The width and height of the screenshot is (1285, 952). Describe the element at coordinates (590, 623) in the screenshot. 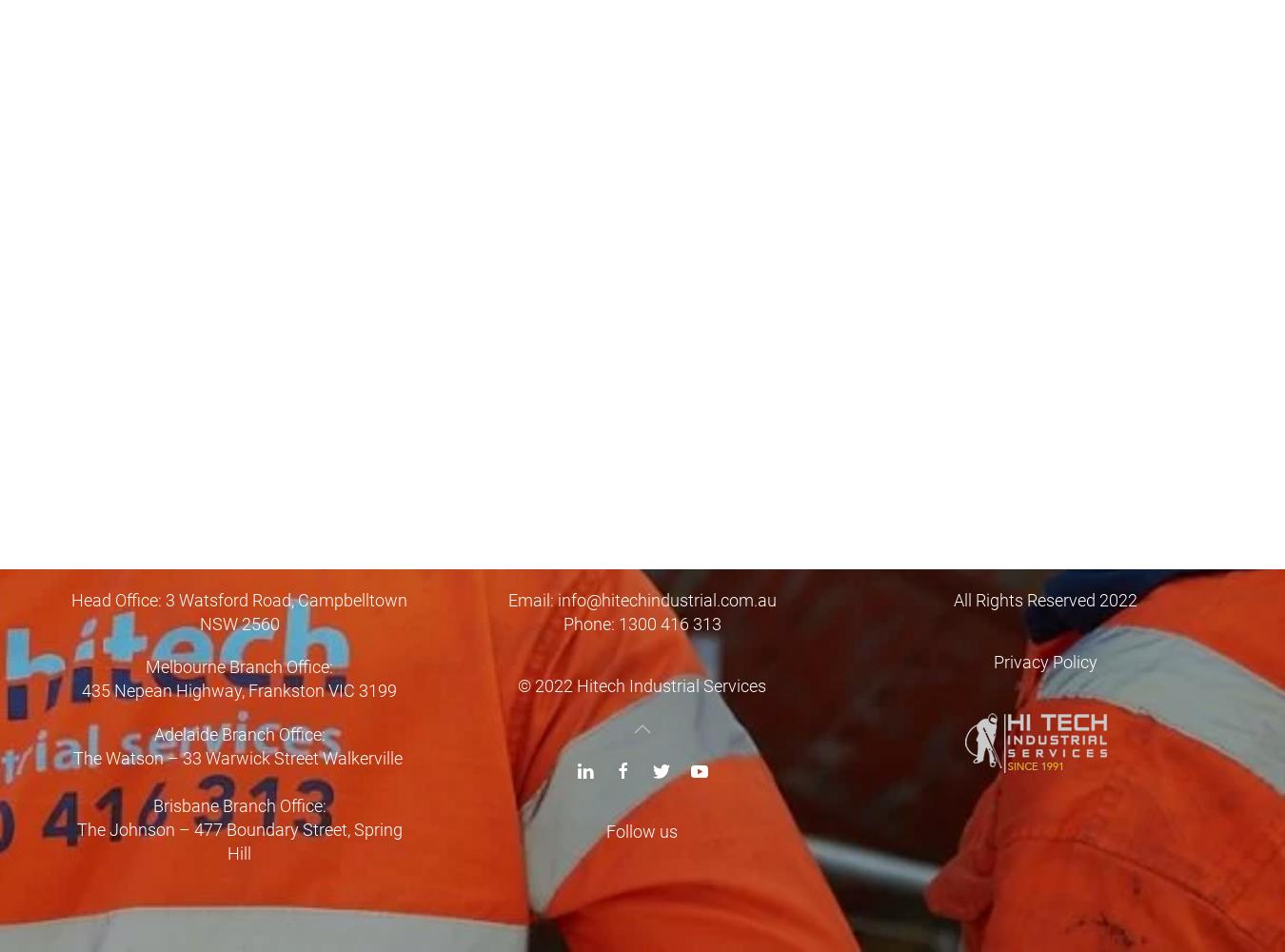

I see `'Phone:'` at that location.